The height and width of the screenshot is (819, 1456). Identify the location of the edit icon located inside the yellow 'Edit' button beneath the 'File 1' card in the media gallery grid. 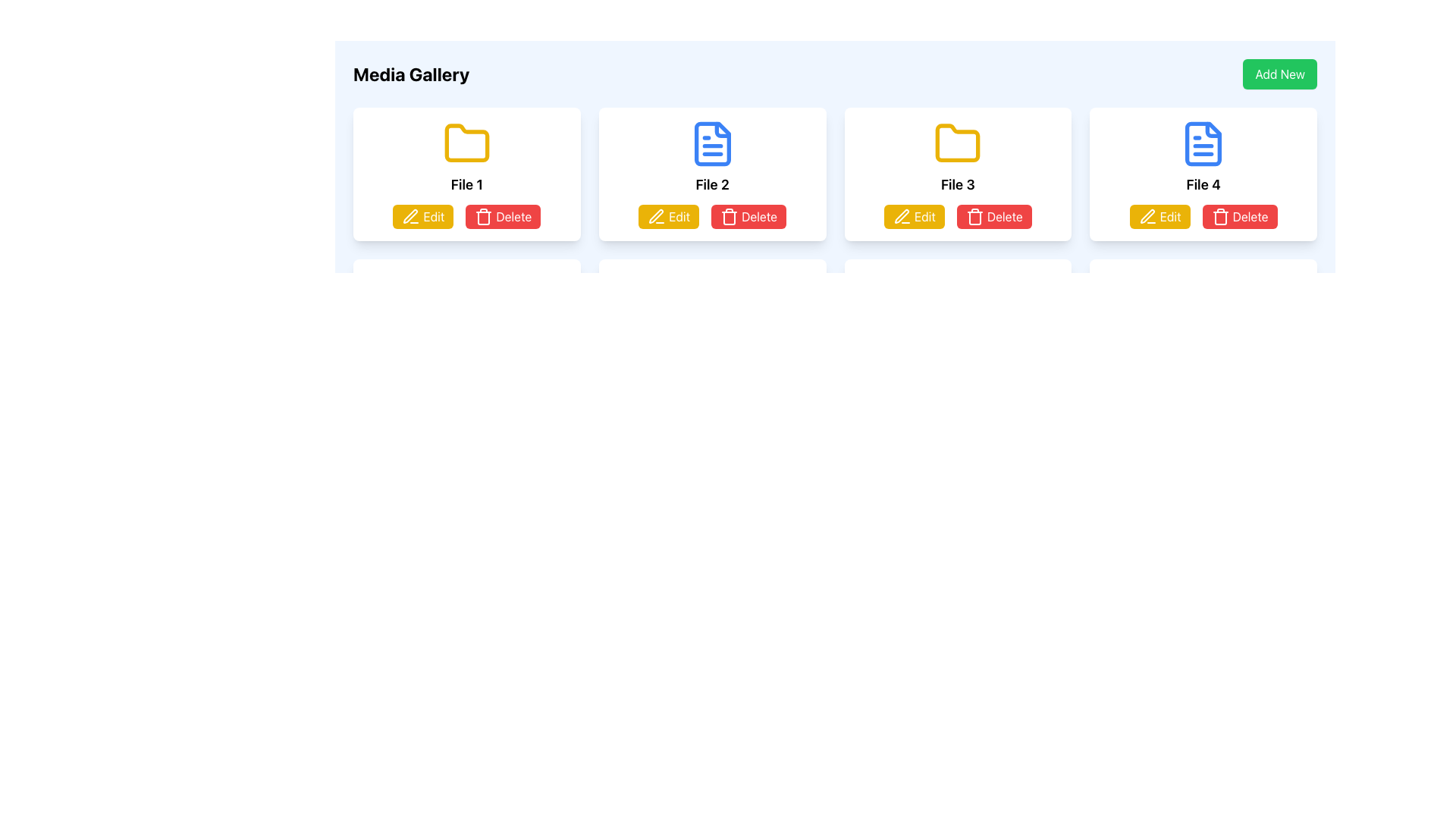
(411, 216).